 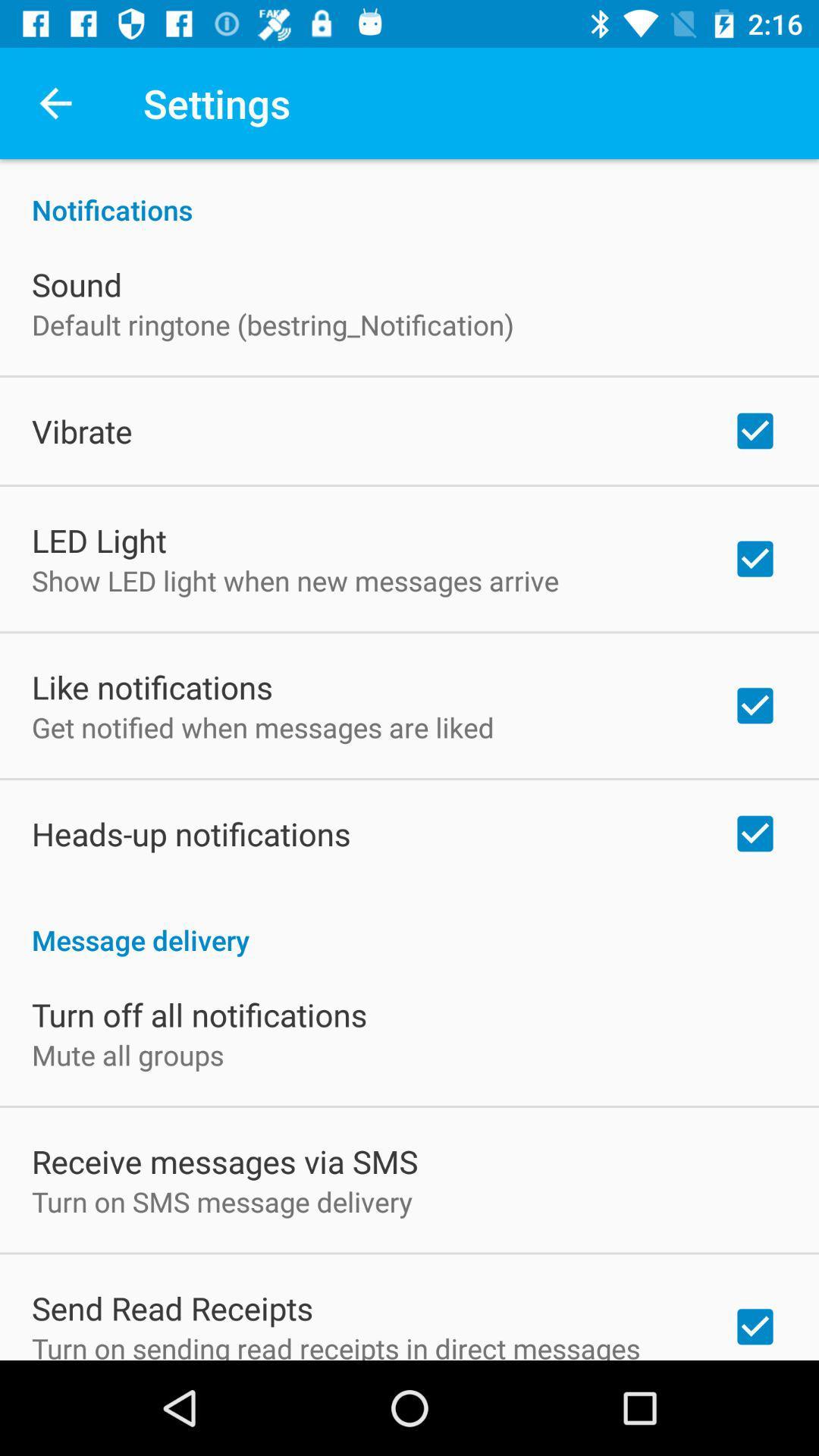 What do you see at coordinates (127, 1054) in the screenshot?
I see `the mute all groups item` at bounding box center [127, 1054].